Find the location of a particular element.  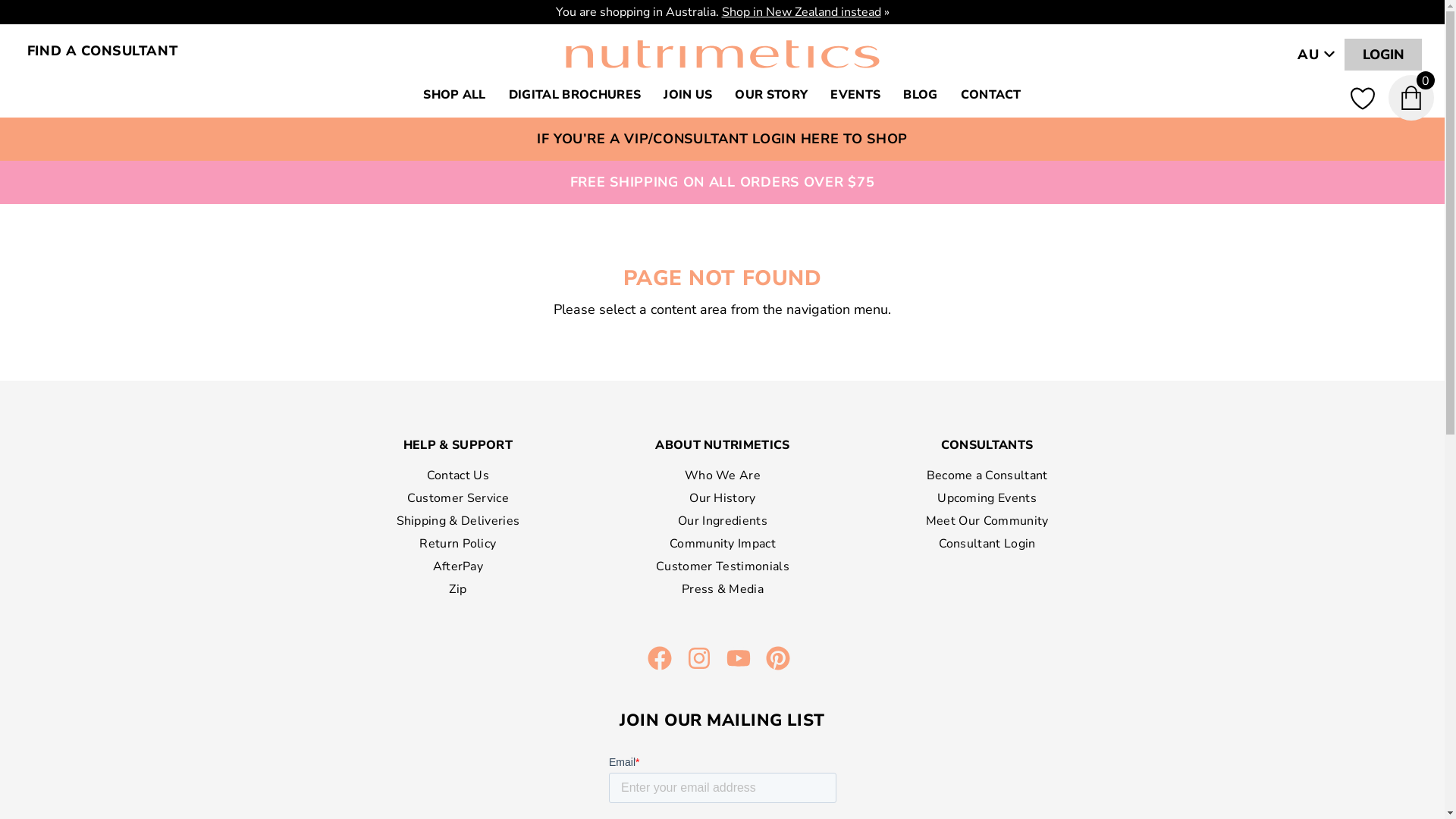

'Zip' is located at coordinates (457, 588).